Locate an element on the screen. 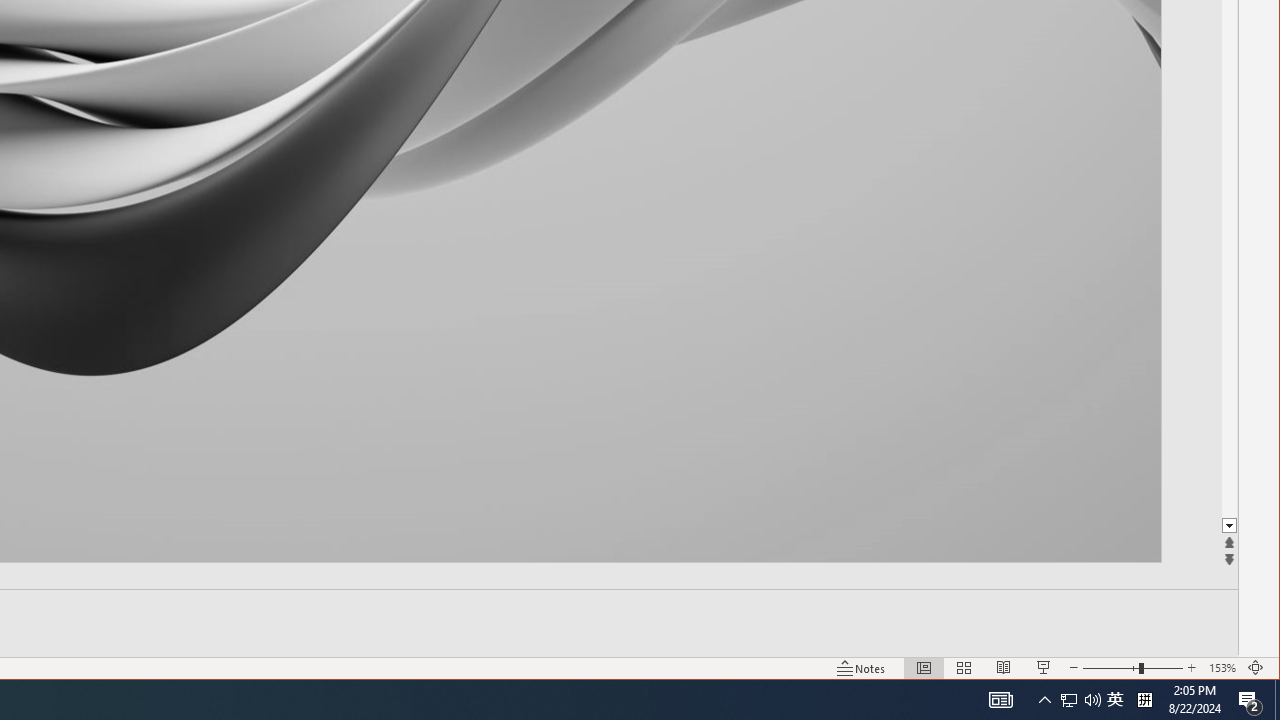 This screenshot has height=720, width=1280. 'Zoom 153%' is located at coordinates (1221, 668).